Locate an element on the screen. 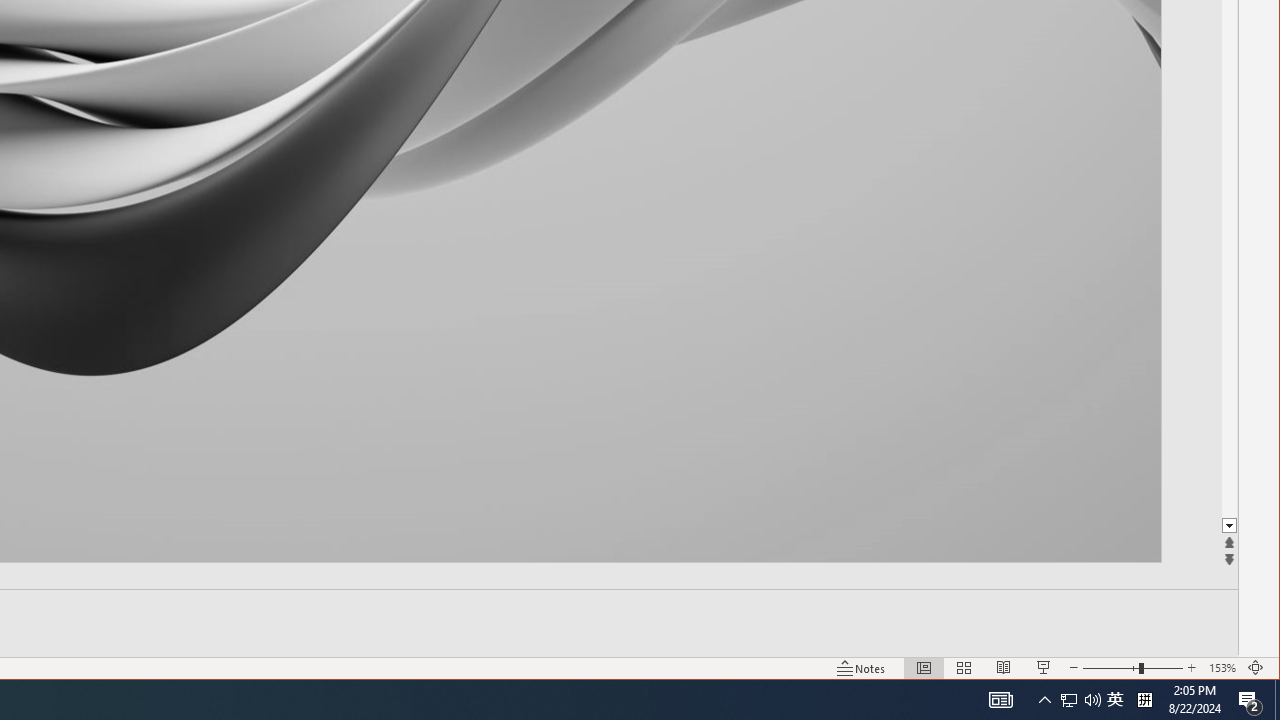 This screenshot has height=720, width=1280. 'Zoom 153%' is located at coordinates (1221, 668).